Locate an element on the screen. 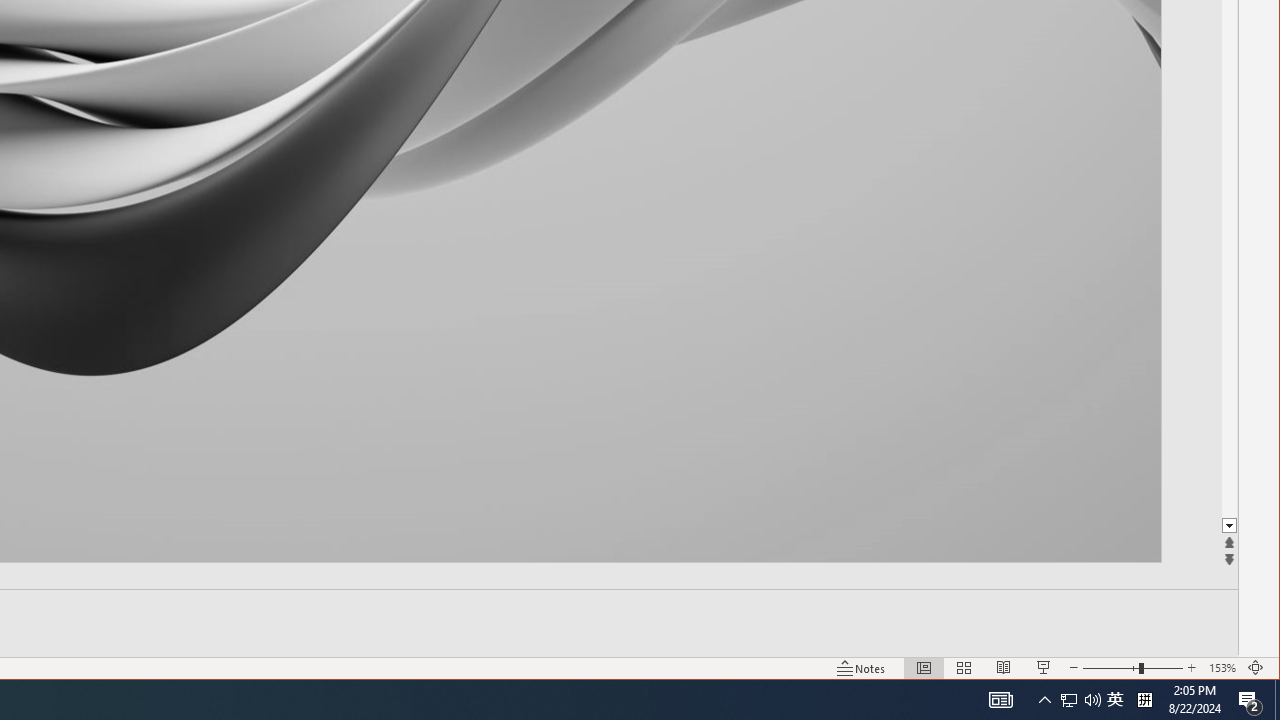 This screenshot has height=720, width=1280. 'Zoom 153%' is located at coordinates (1221, 668).